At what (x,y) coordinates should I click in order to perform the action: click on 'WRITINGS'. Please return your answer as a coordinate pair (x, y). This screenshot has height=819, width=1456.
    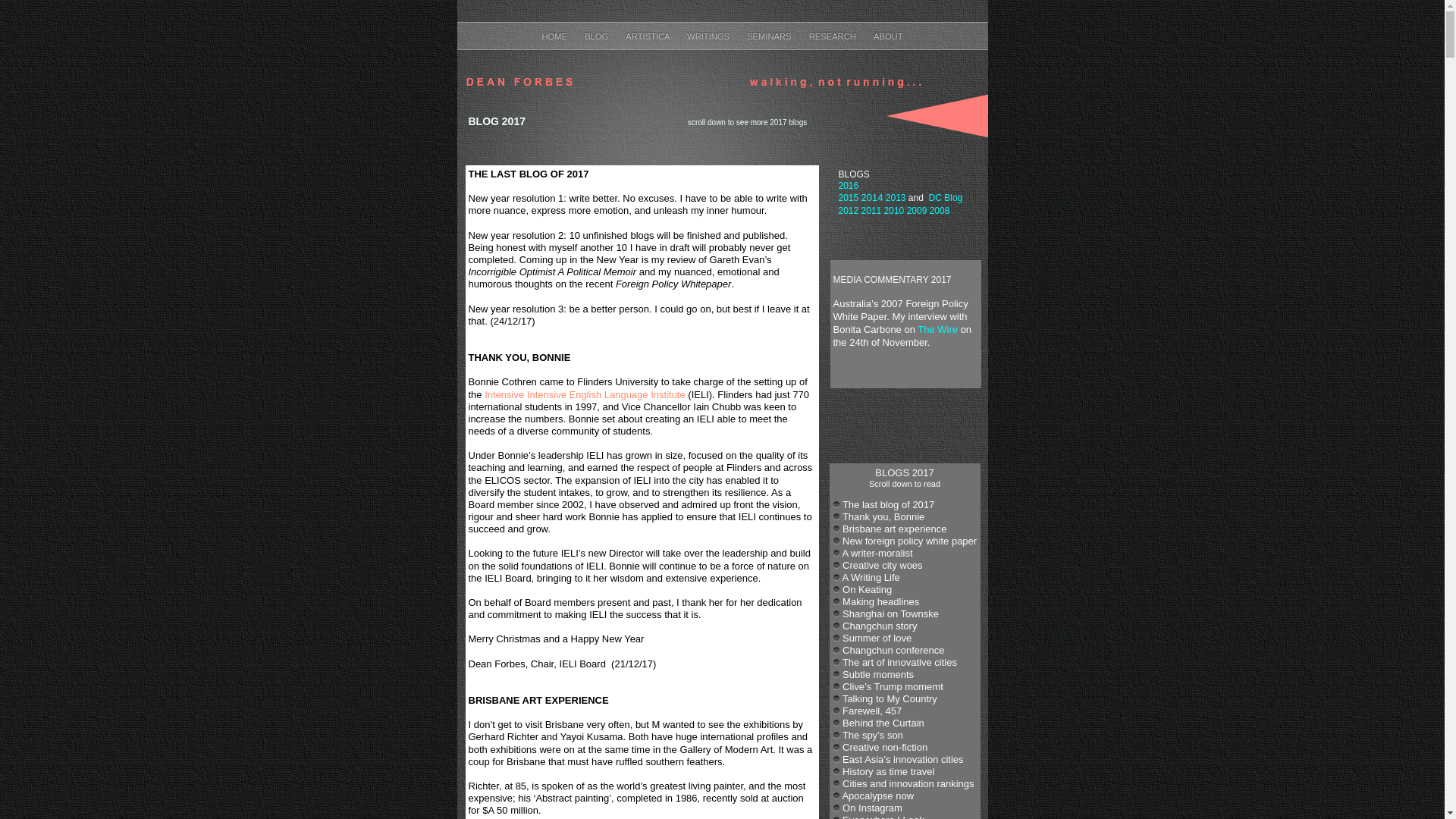
    Looking at the image, I should click on (708, 35).